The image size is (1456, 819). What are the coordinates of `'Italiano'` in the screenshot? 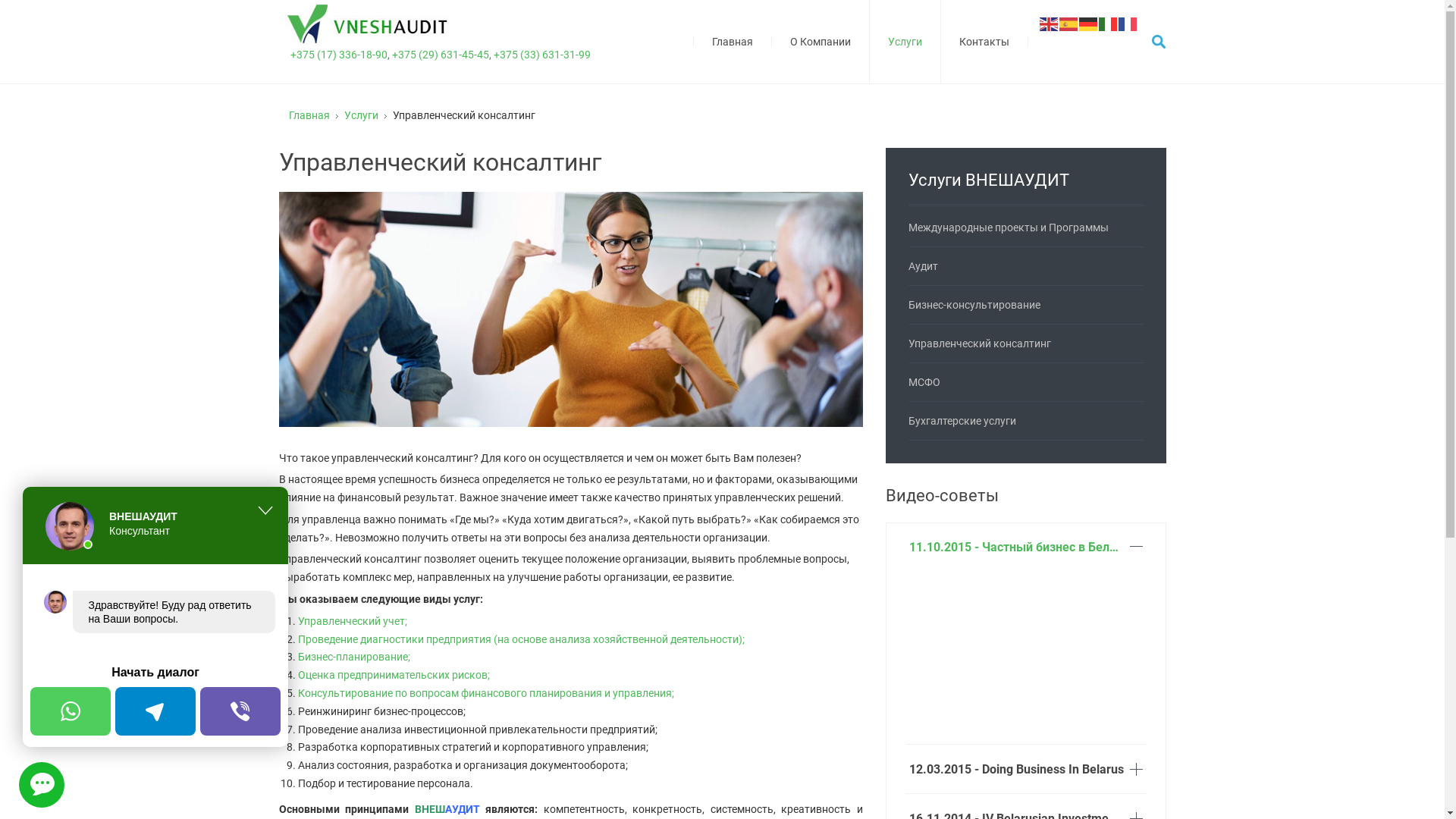 It's located at (1107, 23).